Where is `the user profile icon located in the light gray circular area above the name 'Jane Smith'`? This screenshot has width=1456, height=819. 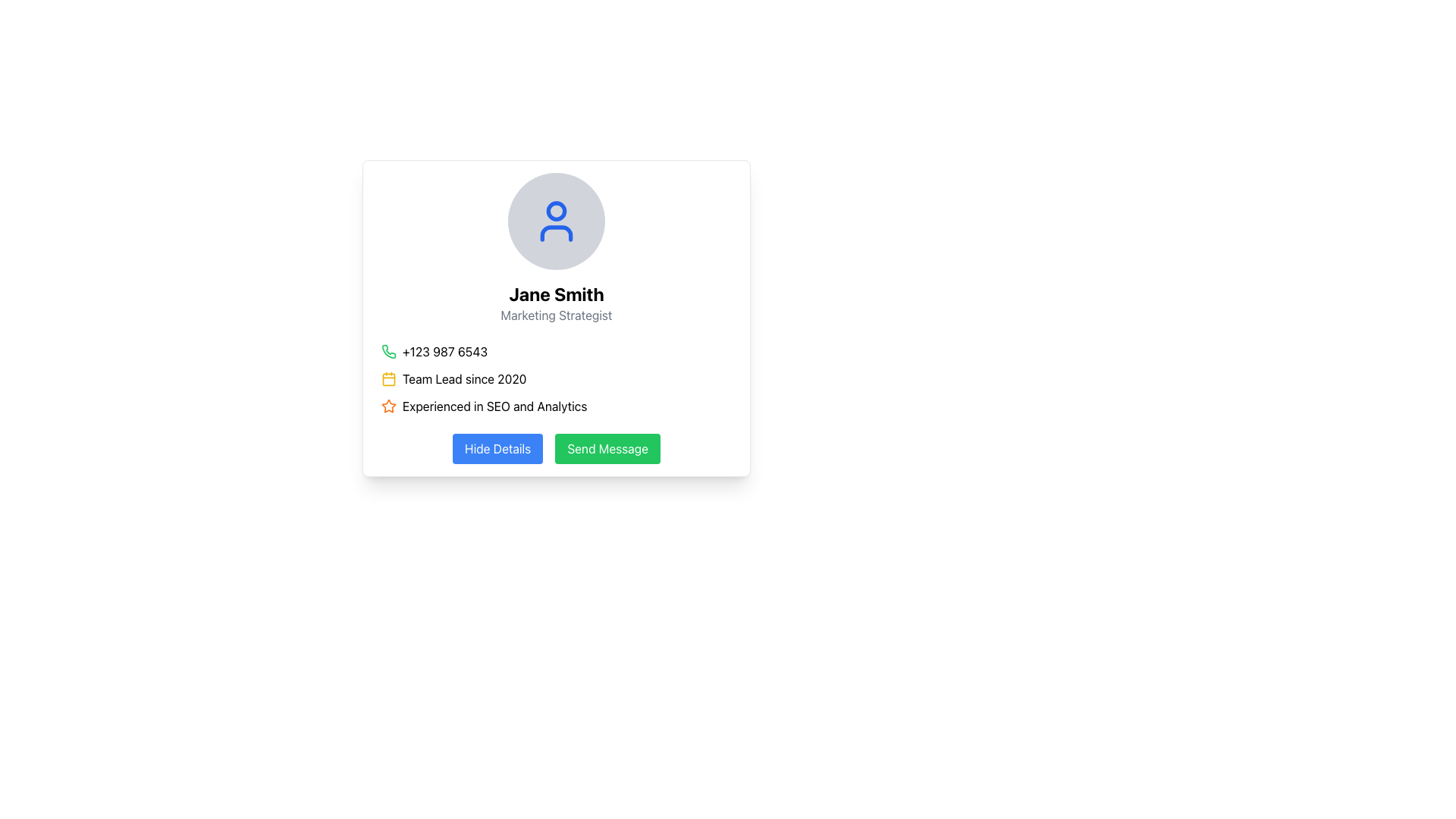
the user profile icon located in the light gray circular area above the name 'Jane Smith' is located at coordinates (556, 221).